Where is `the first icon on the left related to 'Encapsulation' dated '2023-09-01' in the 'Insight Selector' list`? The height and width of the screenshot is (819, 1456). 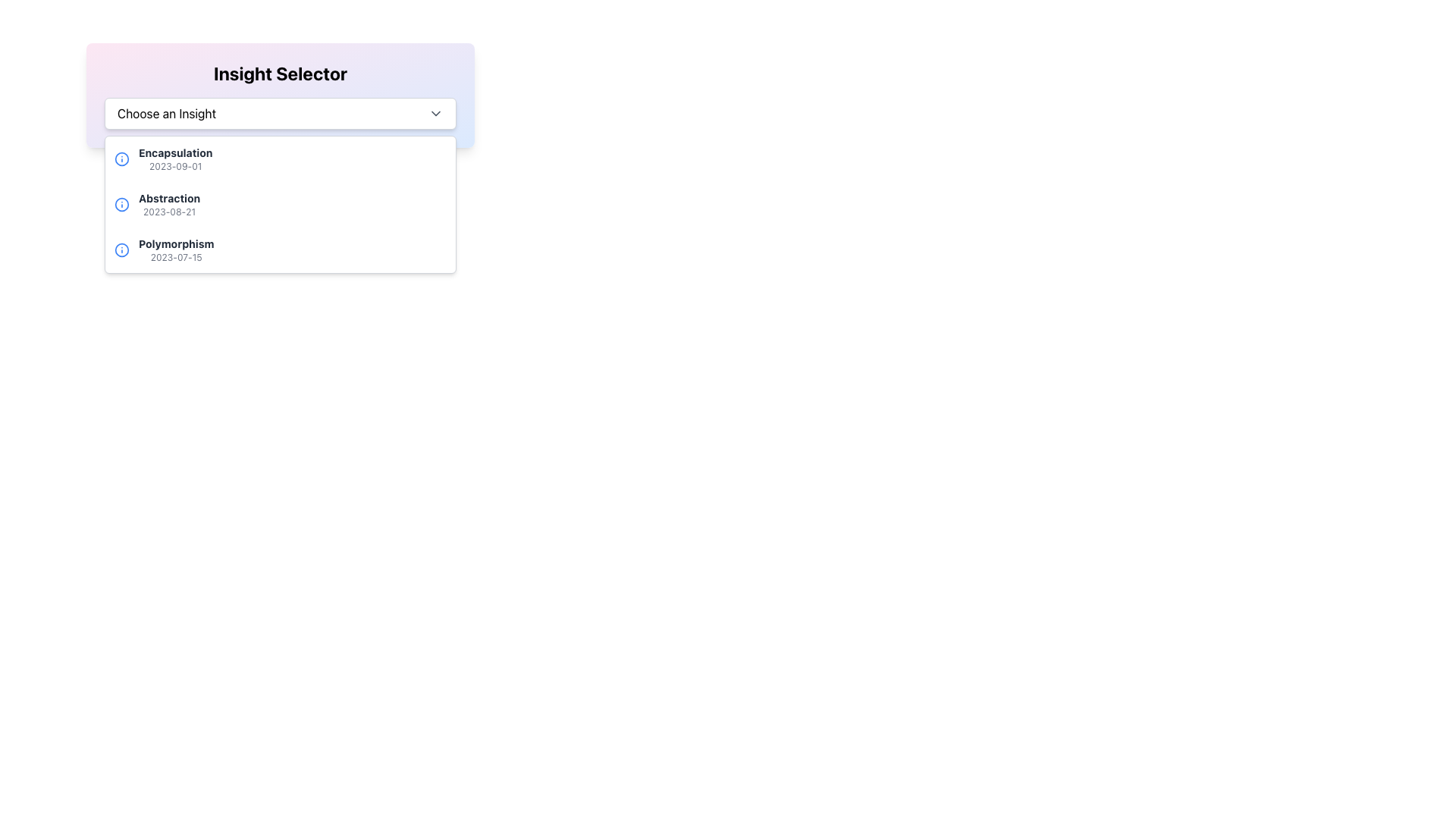 the first icon on the left related to 'Encapsulation' dated '2023-09-01' in the 'Insight Selector' list is located at coordinates (122, 158).